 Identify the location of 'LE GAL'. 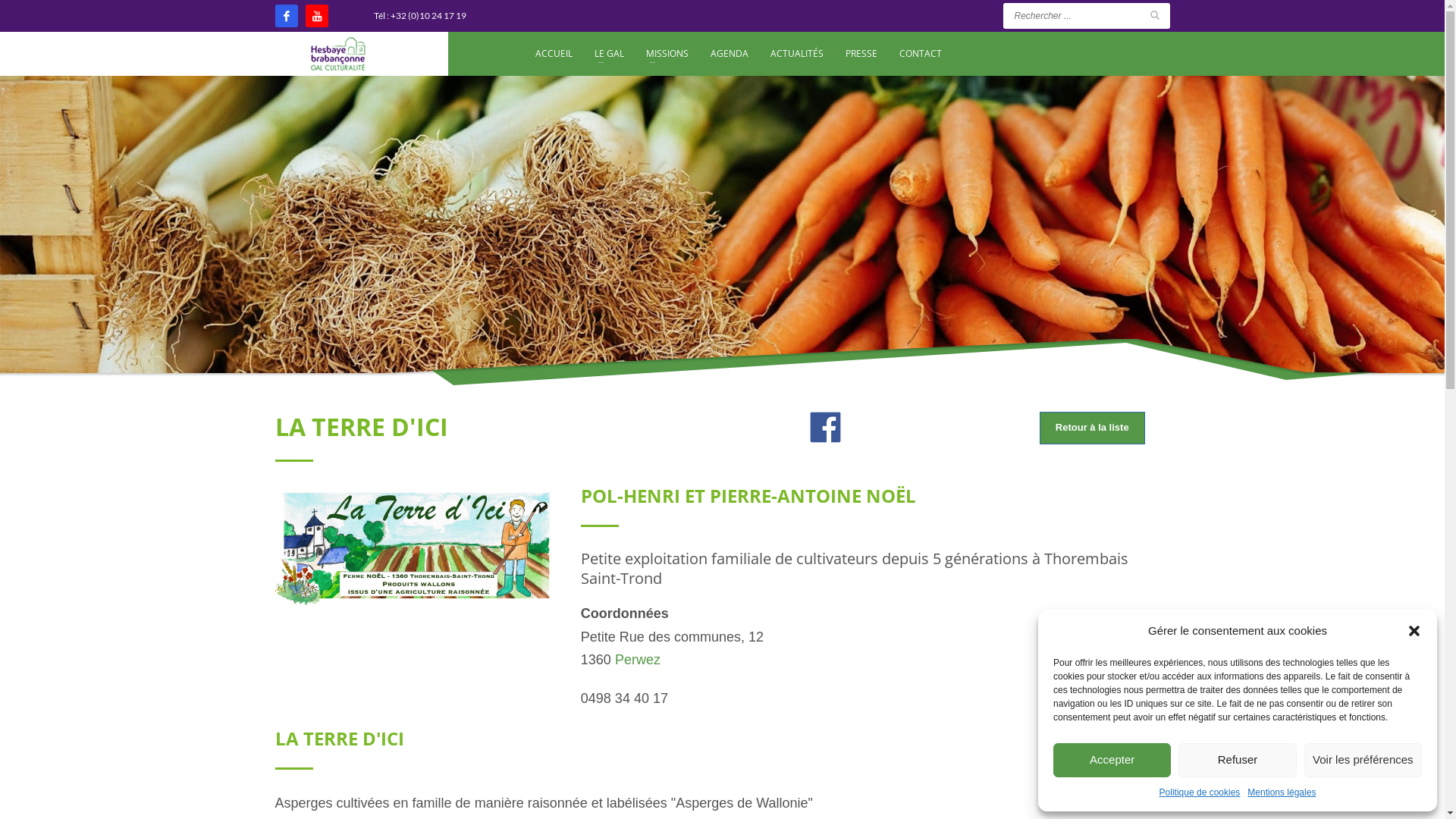
(585, 52).